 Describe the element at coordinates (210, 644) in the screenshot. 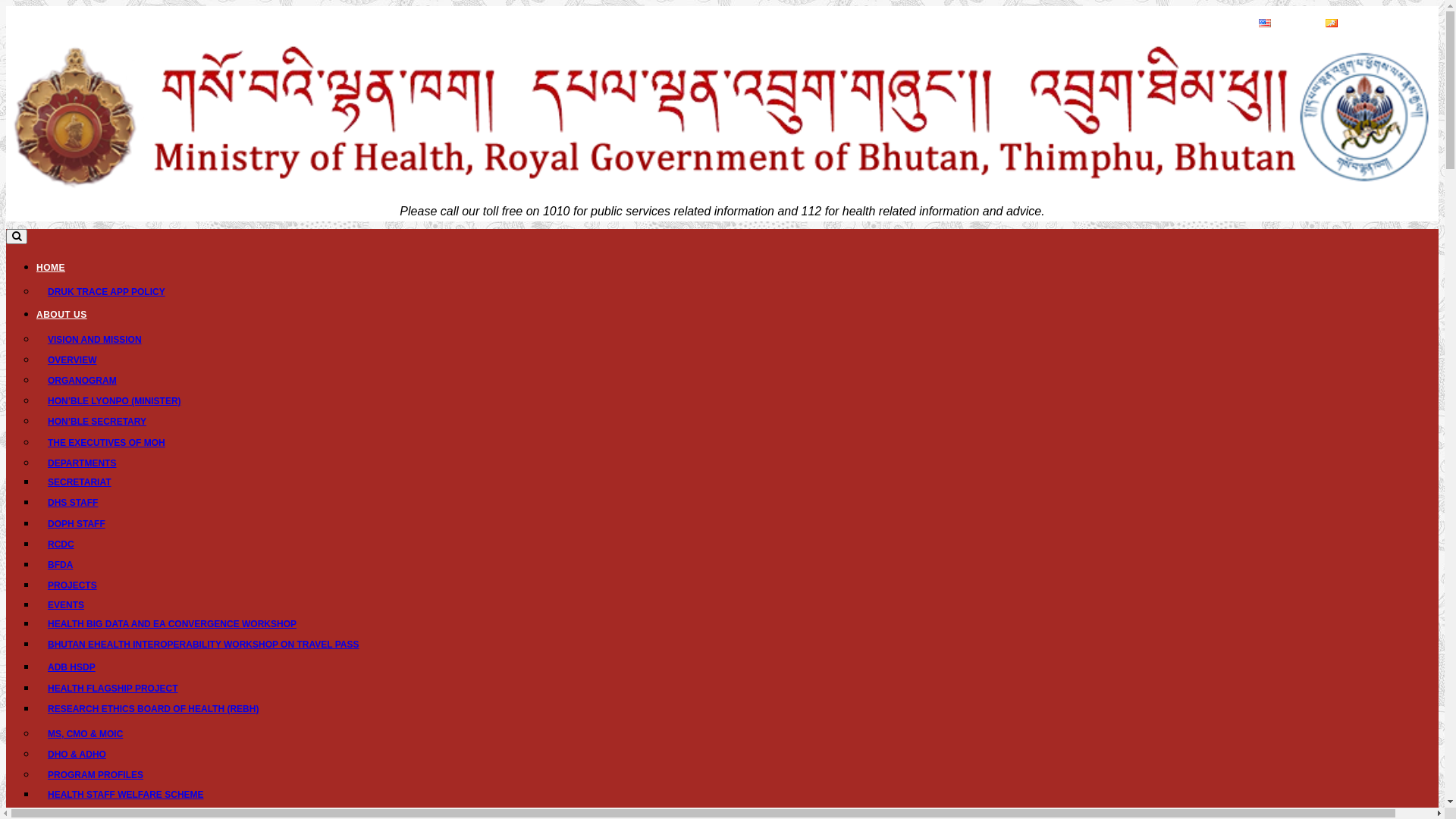

I see `'BHUTAN EHEALTH INTEROPERABILITY WORKSHOP ON TRAVEL PASS'` at that location.